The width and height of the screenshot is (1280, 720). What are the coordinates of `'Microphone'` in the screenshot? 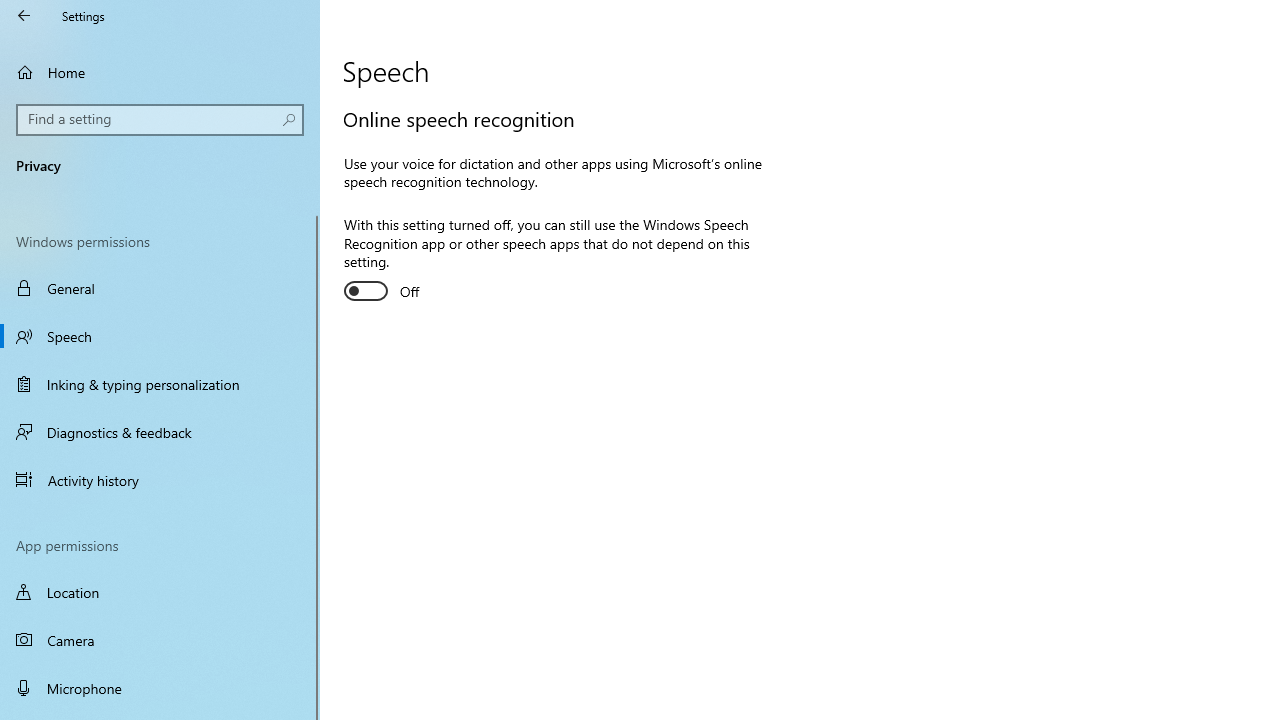 It's located at (160, 686).